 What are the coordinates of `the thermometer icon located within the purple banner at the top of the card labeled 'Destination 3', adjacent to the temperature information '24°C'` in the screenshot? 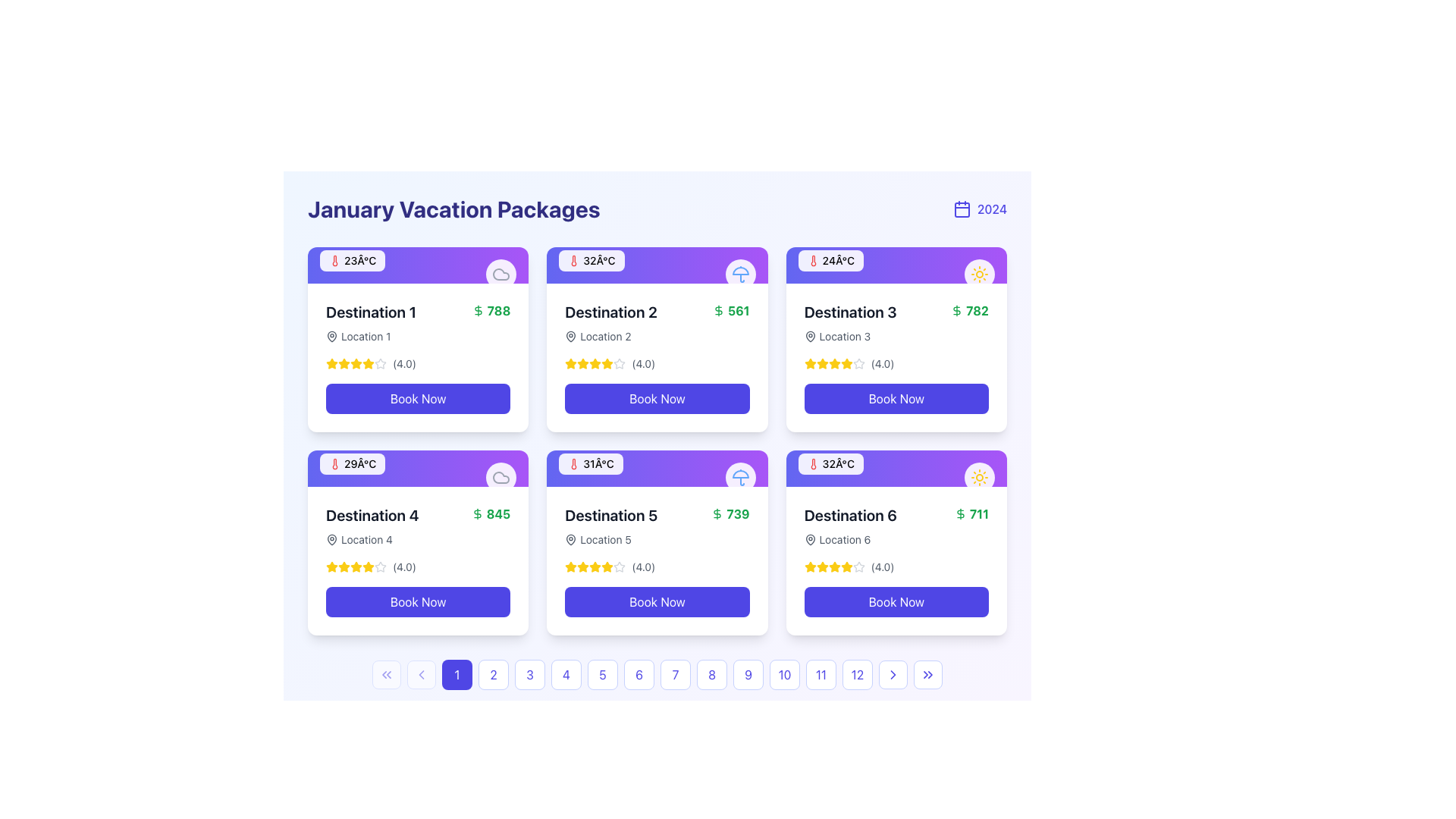 It's located at (812, 259).